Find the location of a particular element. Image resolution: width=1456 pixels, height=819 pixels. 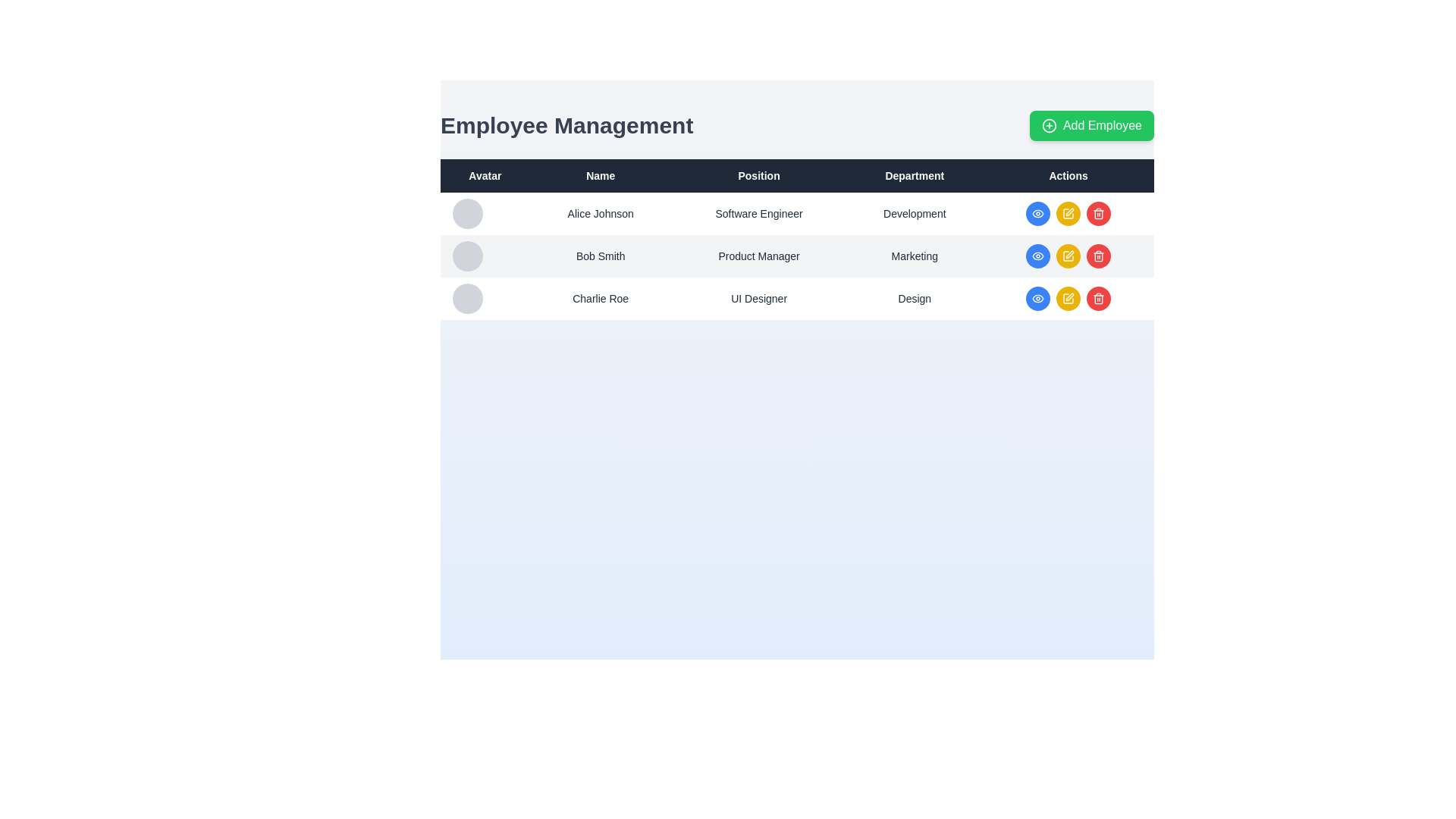

the text label displaying the job title of employee 'Alice Johnson' in the 'Position' column of the employee table is located at coordinates (759, 213).